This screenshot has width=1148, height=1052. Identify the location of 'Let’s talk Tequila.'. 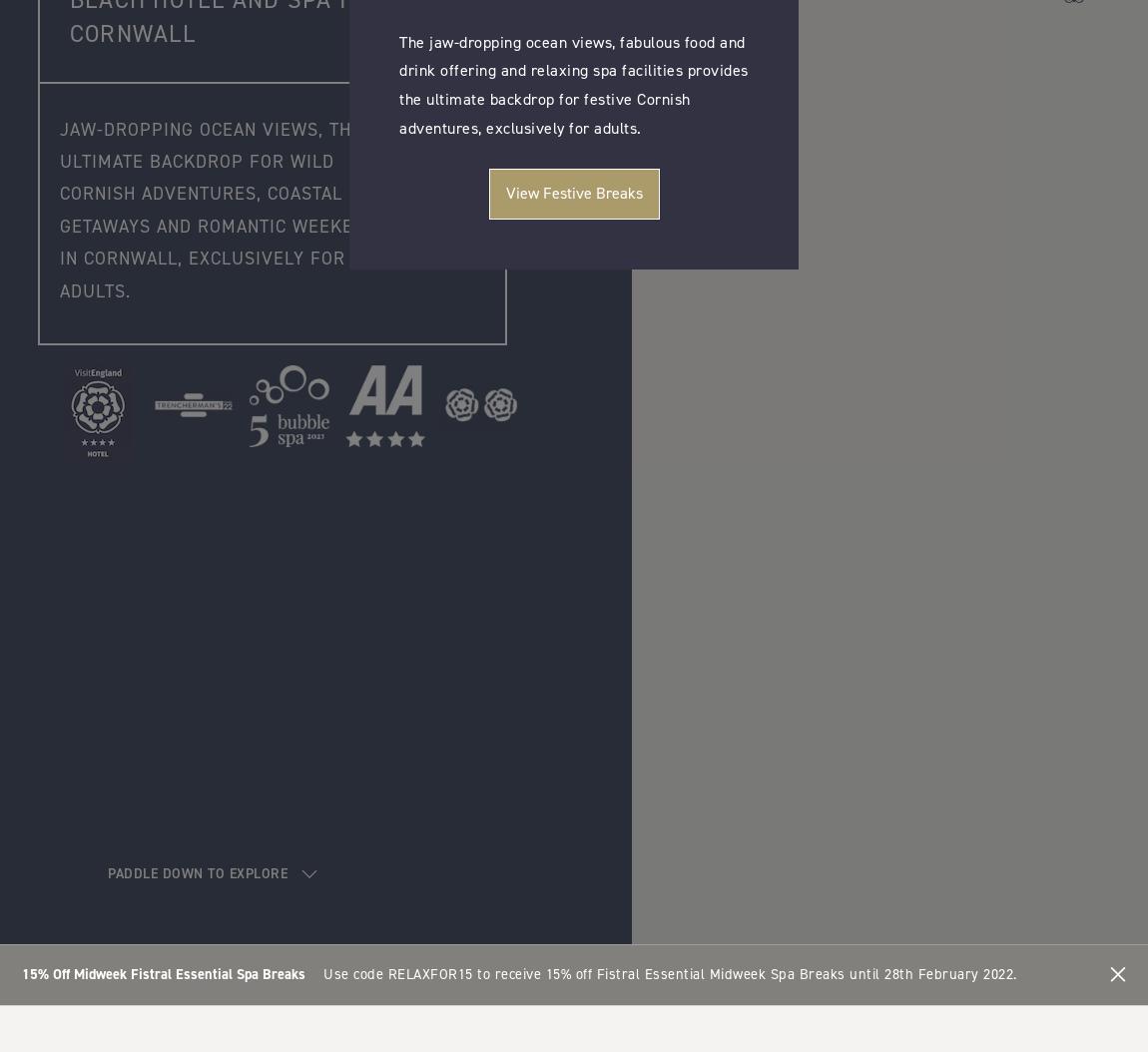
(483, 108).